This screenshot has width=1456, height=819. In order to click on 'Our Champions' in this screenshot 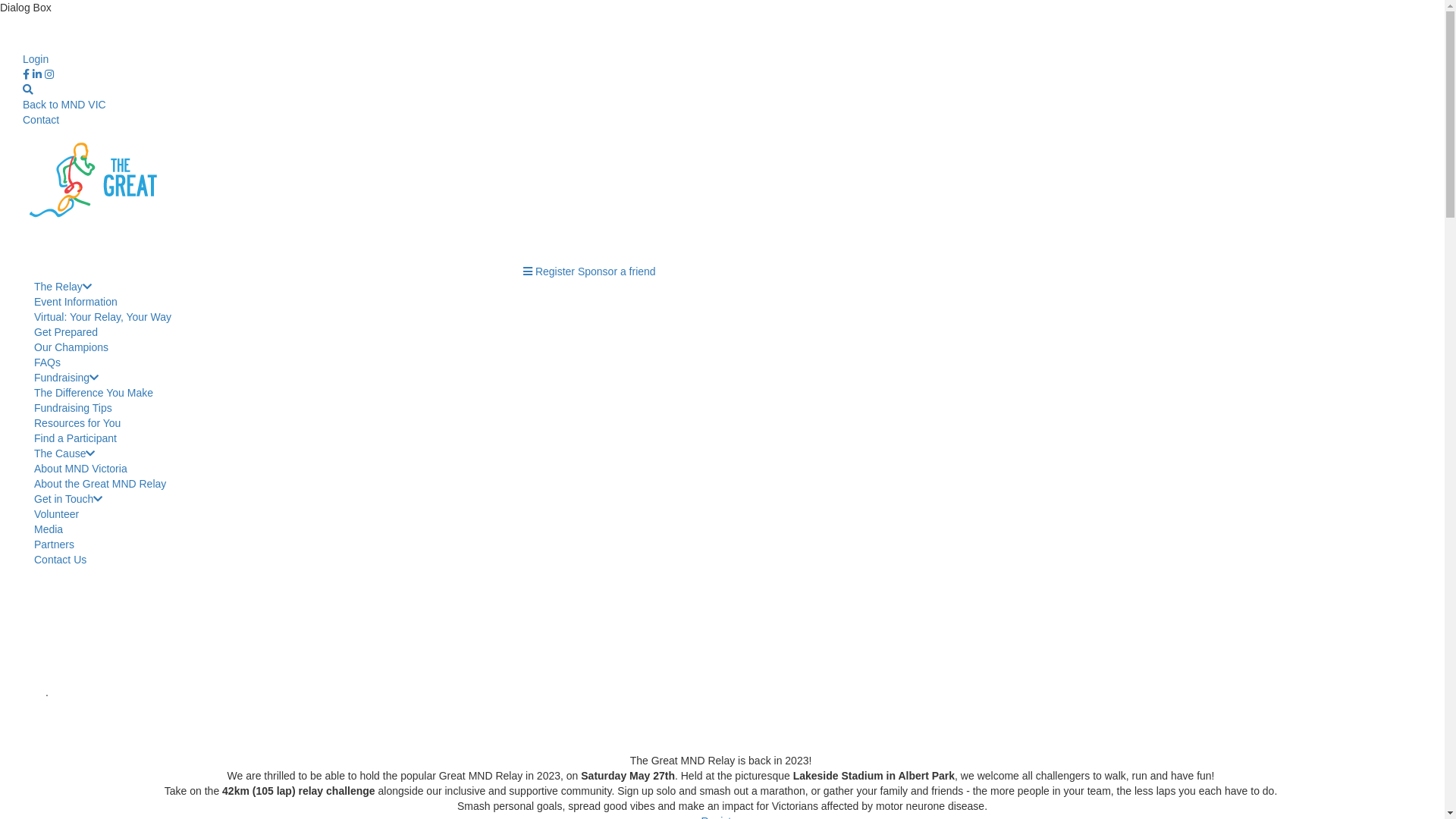, I will do `click(33, 347)`.